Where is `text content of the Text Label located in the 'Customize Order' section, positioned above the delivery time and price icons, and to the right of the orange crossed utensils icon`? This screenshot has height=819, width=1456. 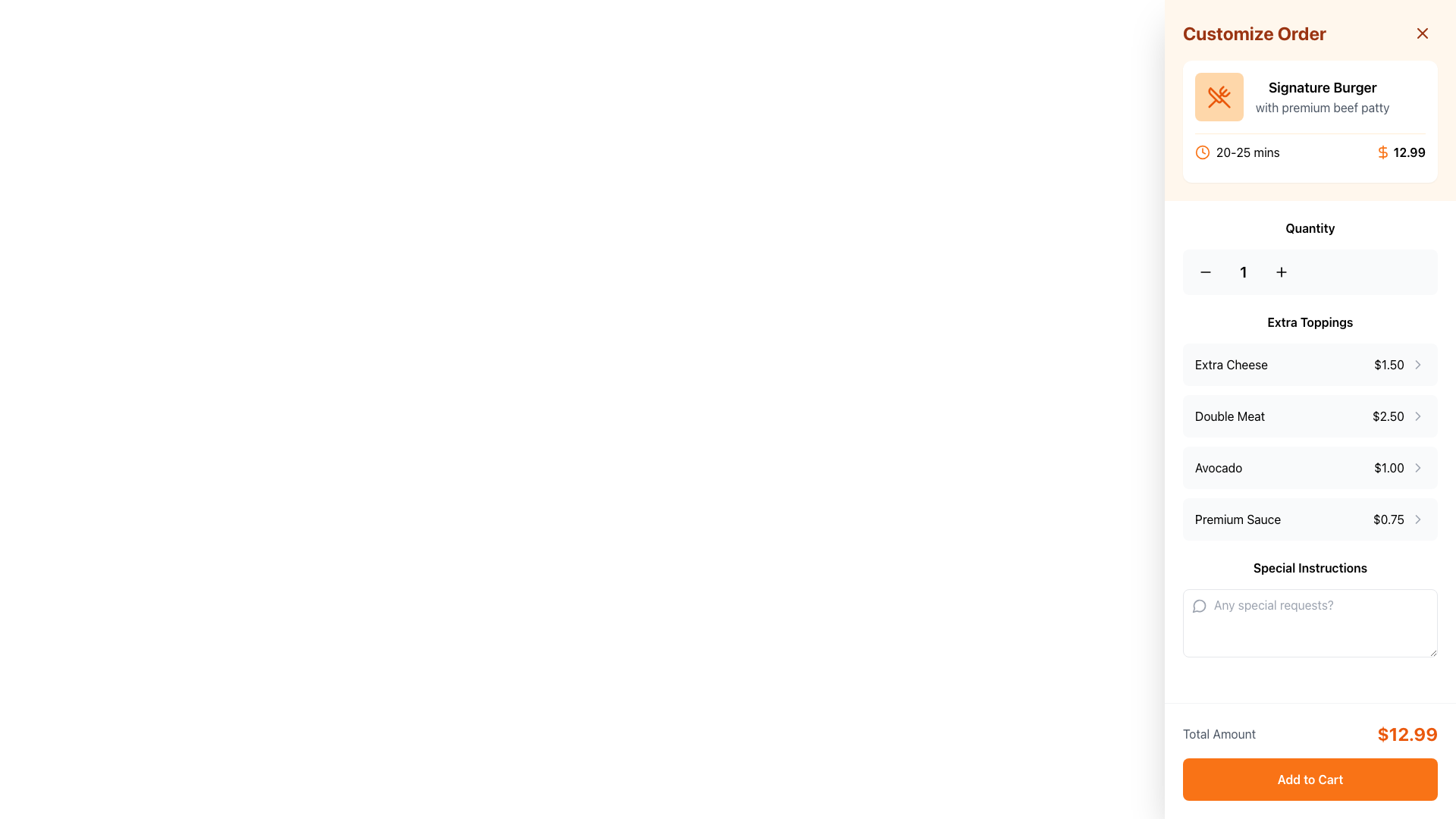
text content of the Text Label located in the 'Customize Order' section, positioned above the delivery time and price icons, and to the right of the orange crossed utensils icon is located at coordinates (1322, 96).